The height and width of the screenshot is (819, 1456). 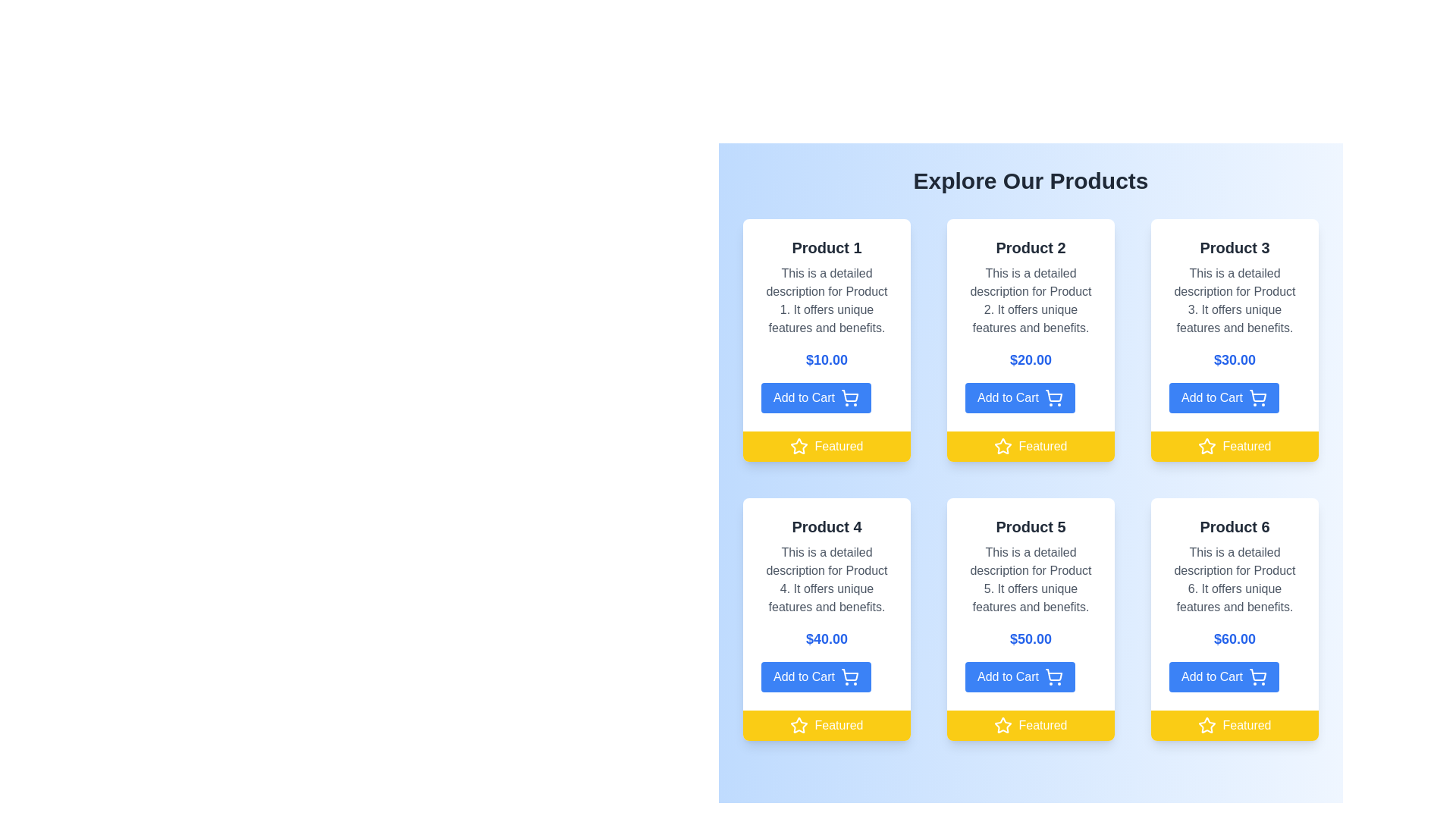 What do you see at coordinates (1235, 639) in the screenshot?
I see `text of the Price Label displaying the price of 'Product 6', which is located below the product description and above the 'Add to Cart' button in the bottom-right corner of the grid layout` at bounding box center [1235, 639].